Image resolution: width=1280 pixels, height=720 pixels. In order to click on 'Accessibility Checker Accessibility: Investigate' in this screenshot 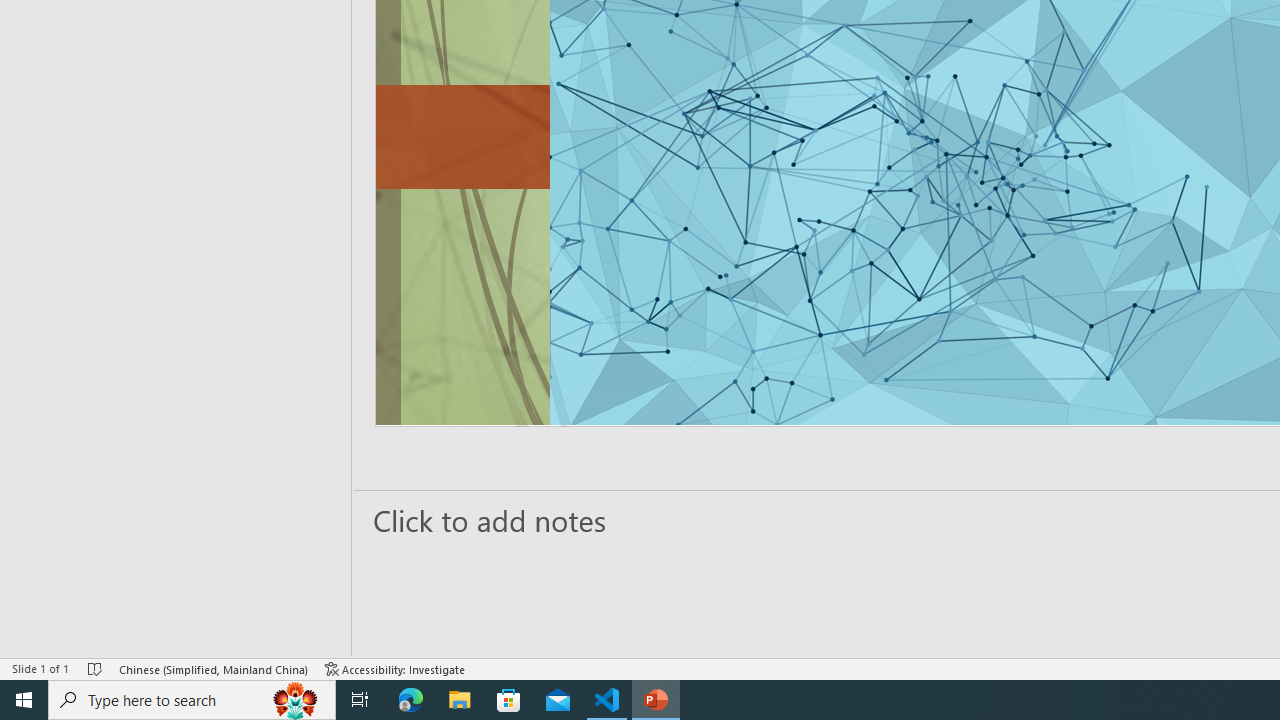, I will do `click(395, 669)`.